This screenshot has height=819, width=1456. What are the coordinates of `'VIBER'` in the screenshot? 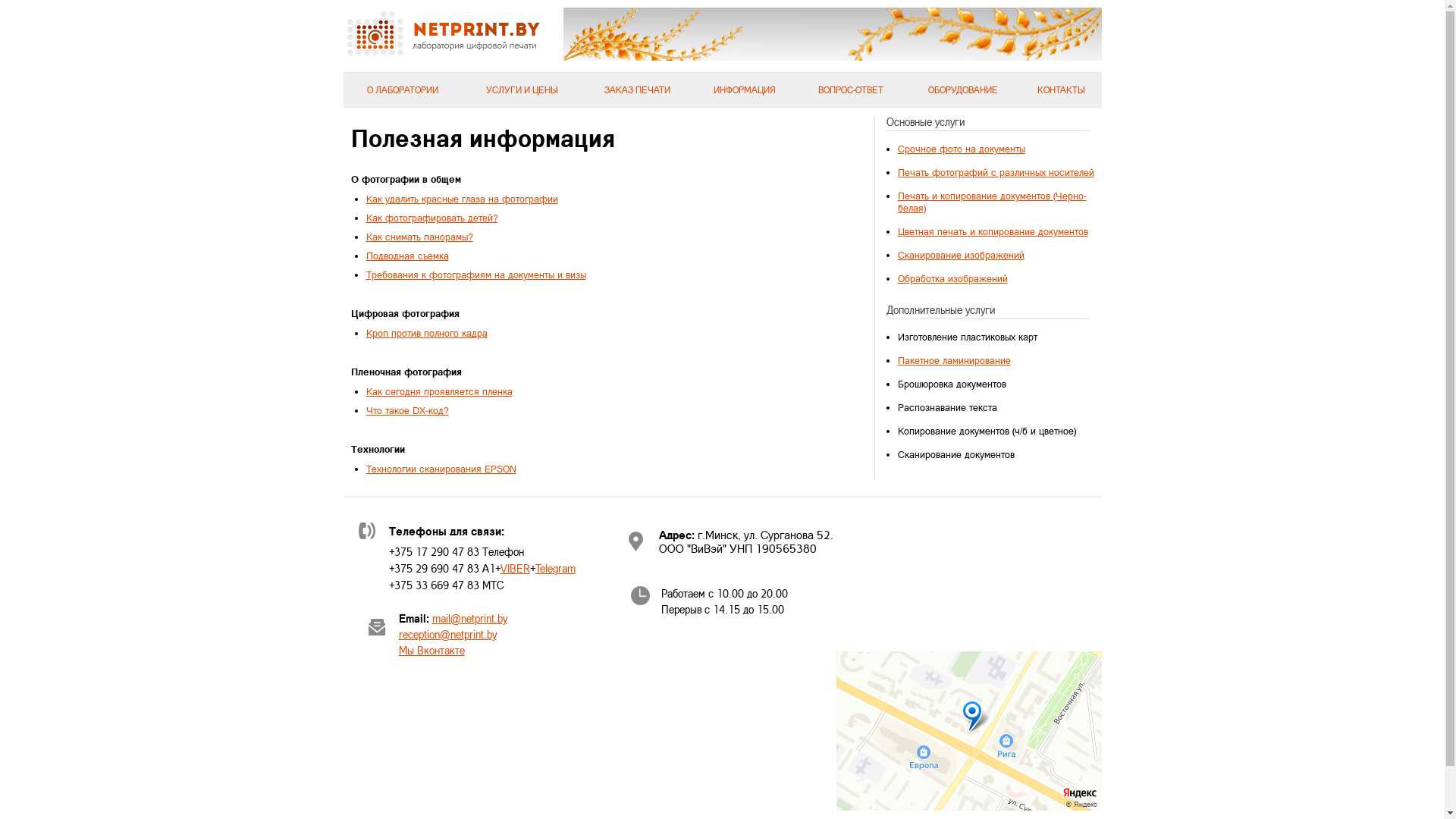 It's located at (515, 568).